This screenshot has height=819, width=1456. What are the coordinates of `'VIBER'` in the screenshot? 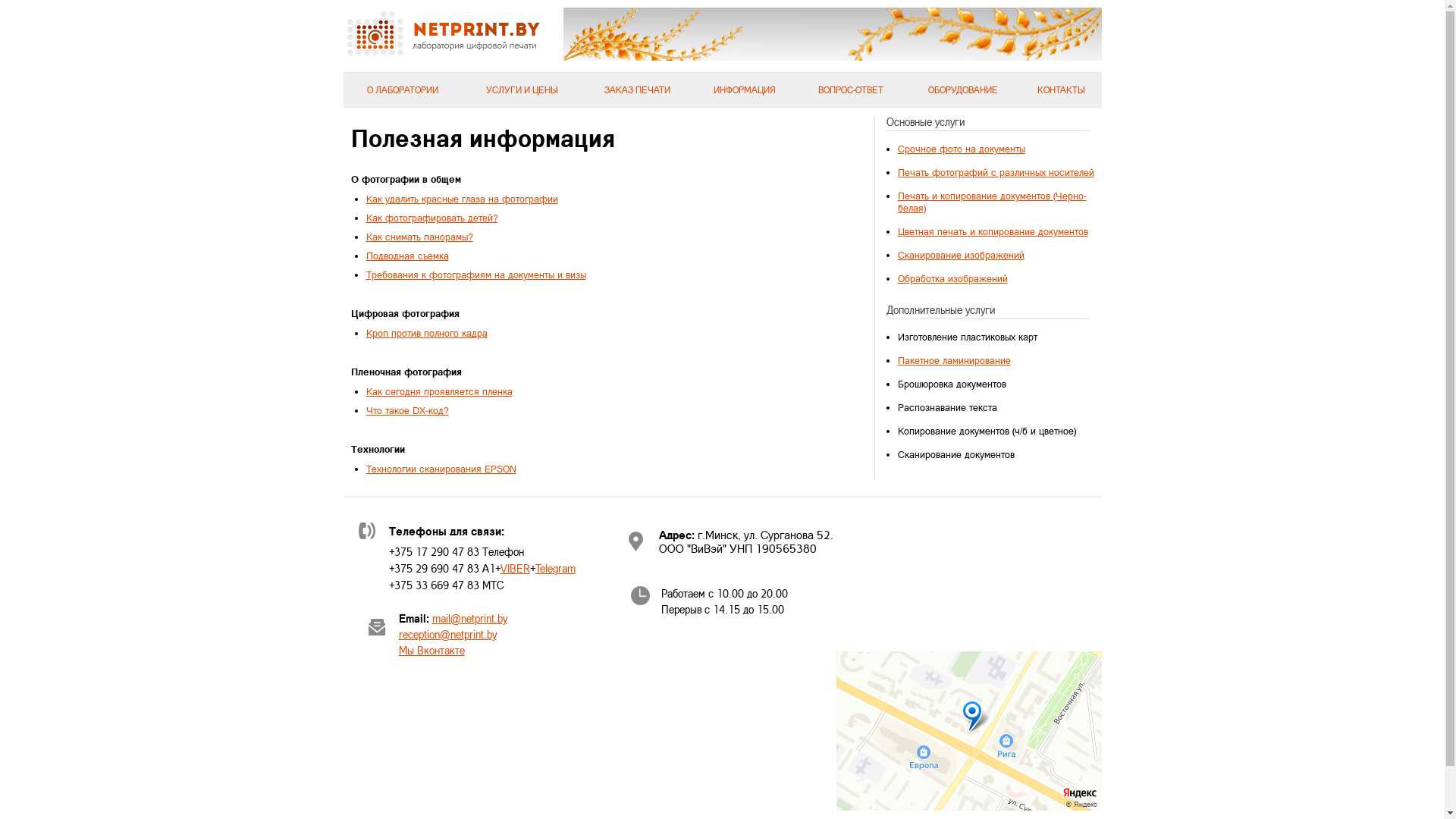 It's located at (515, 568).